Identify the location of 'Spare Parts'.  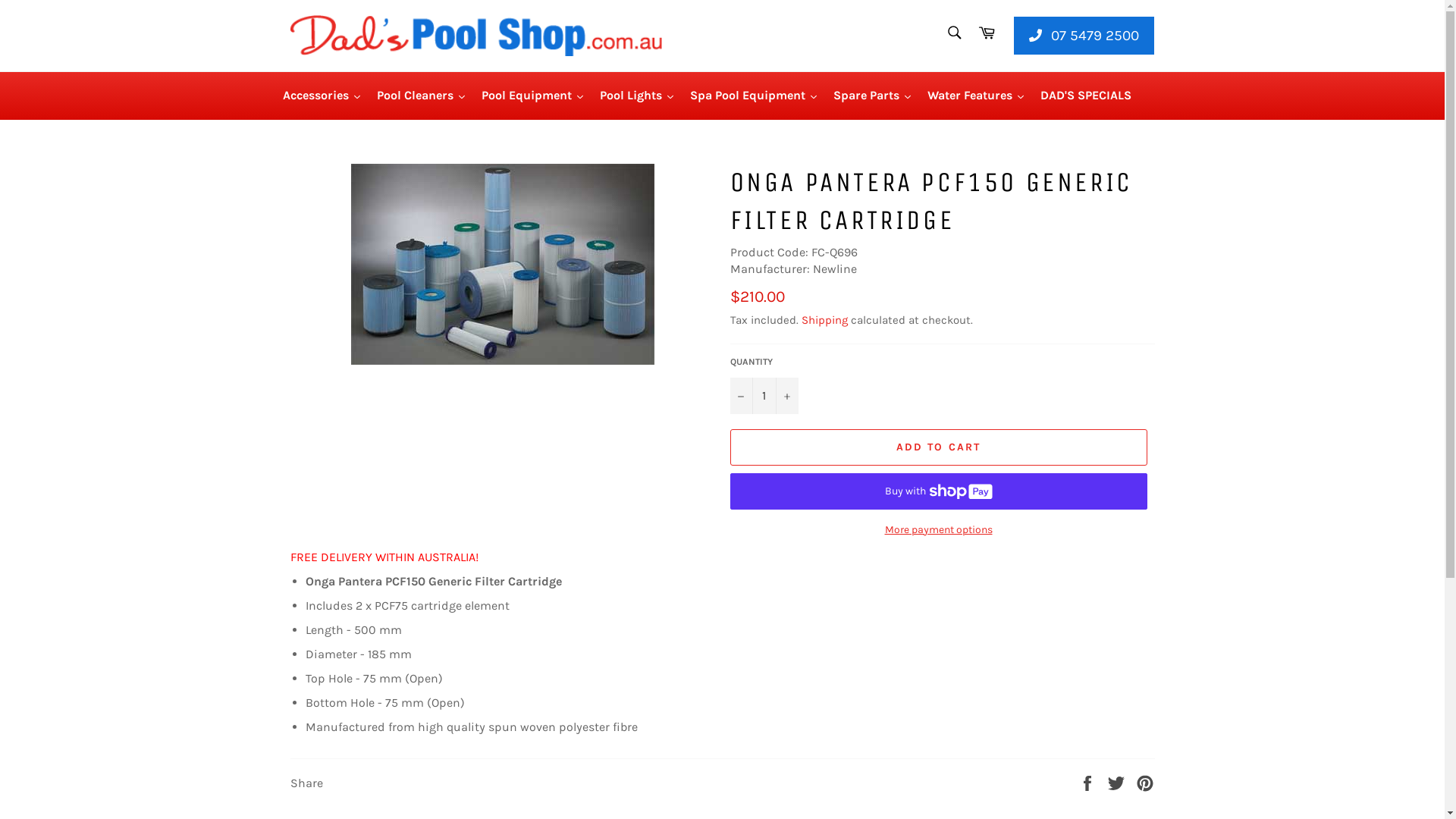
(872, 96).